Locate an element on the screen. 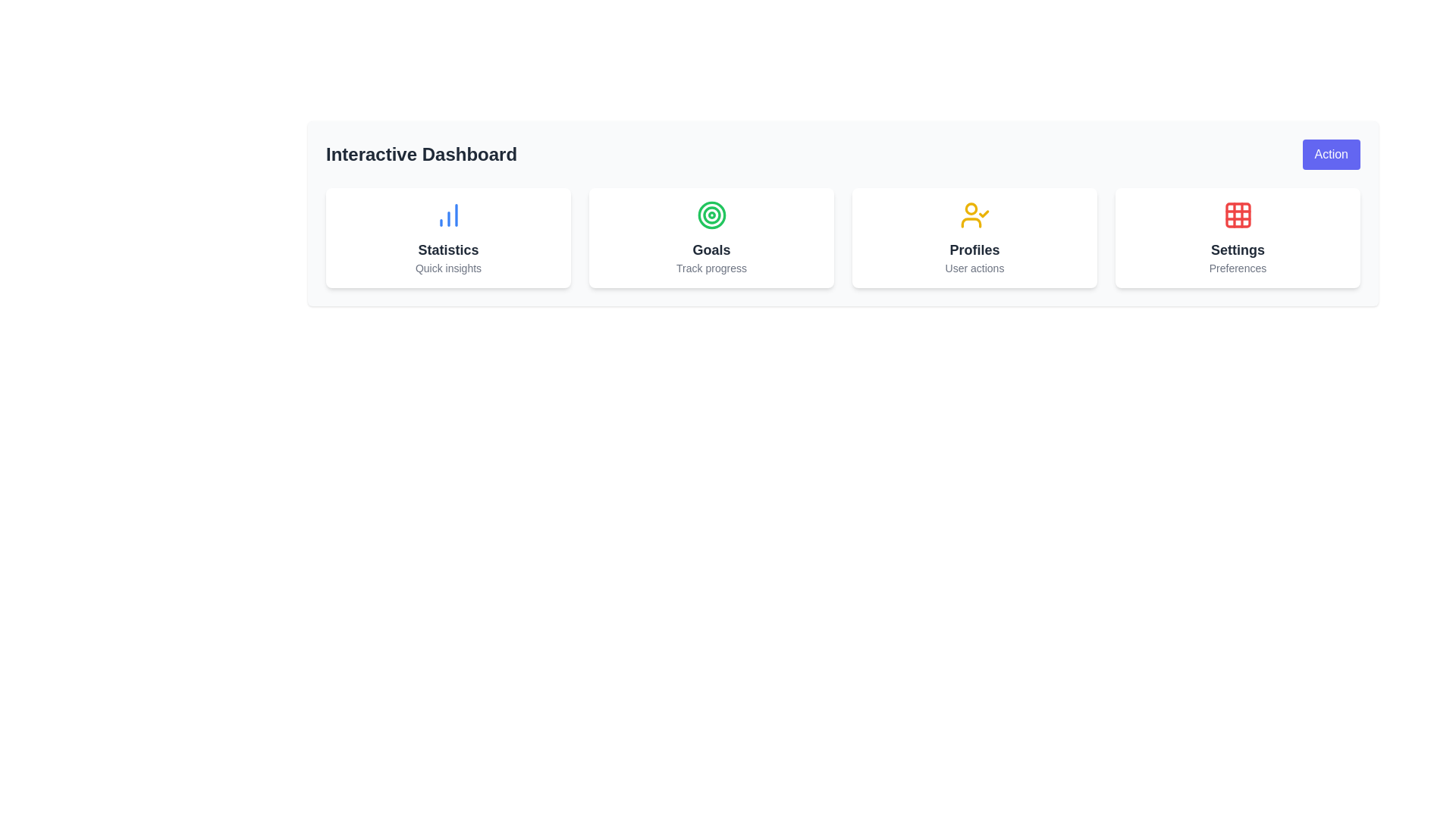 This screenshot has width=1456, height=819. the second button-like card in the grid layout is located at coordinates (711, 237).